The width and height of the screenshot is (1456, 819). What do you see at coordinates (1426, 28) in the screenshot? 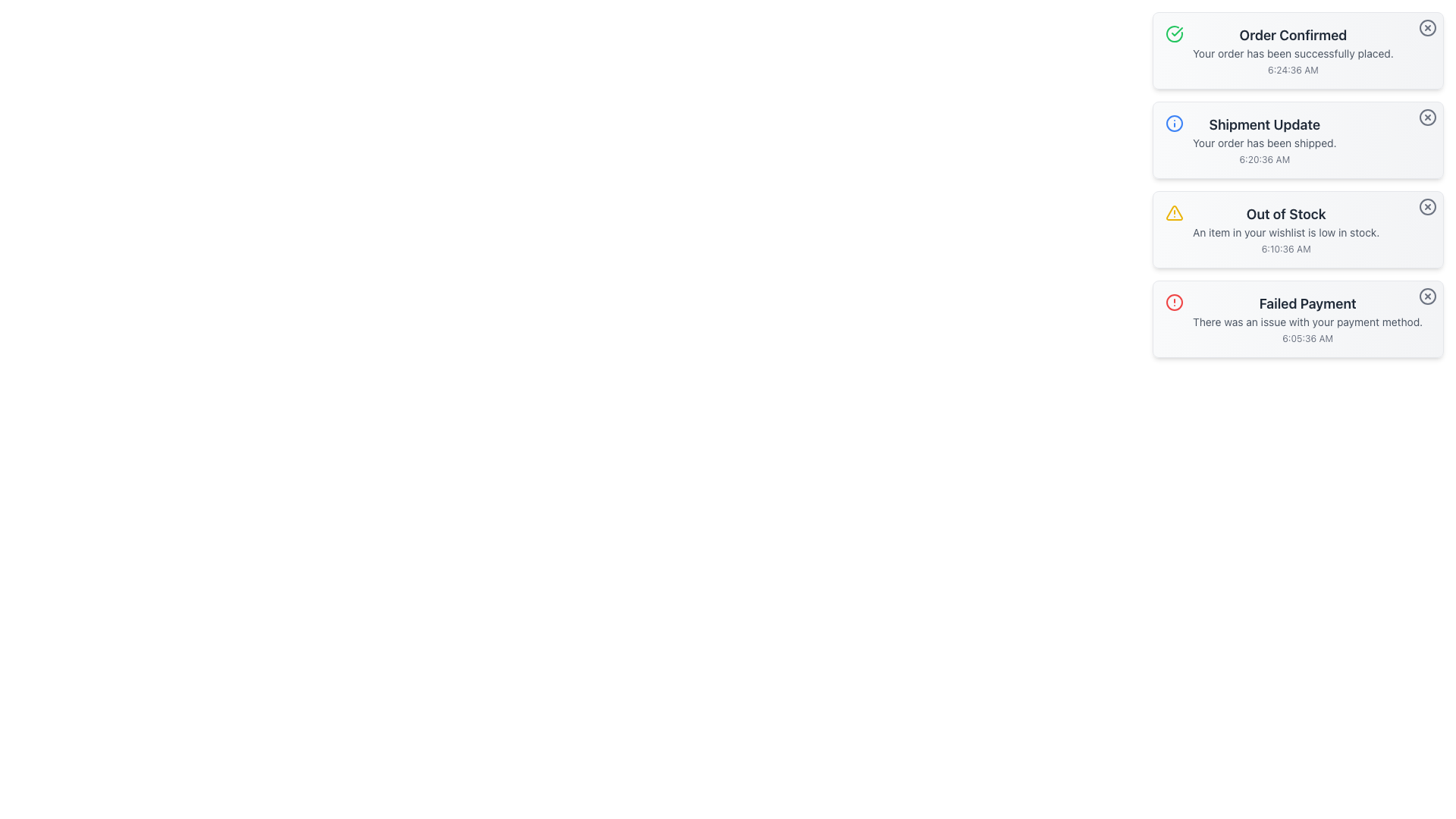
I see `the button located in the top-right corner of the 'Order Confirmed' notification card to change its color to black` at bounding box center [1426, 28].